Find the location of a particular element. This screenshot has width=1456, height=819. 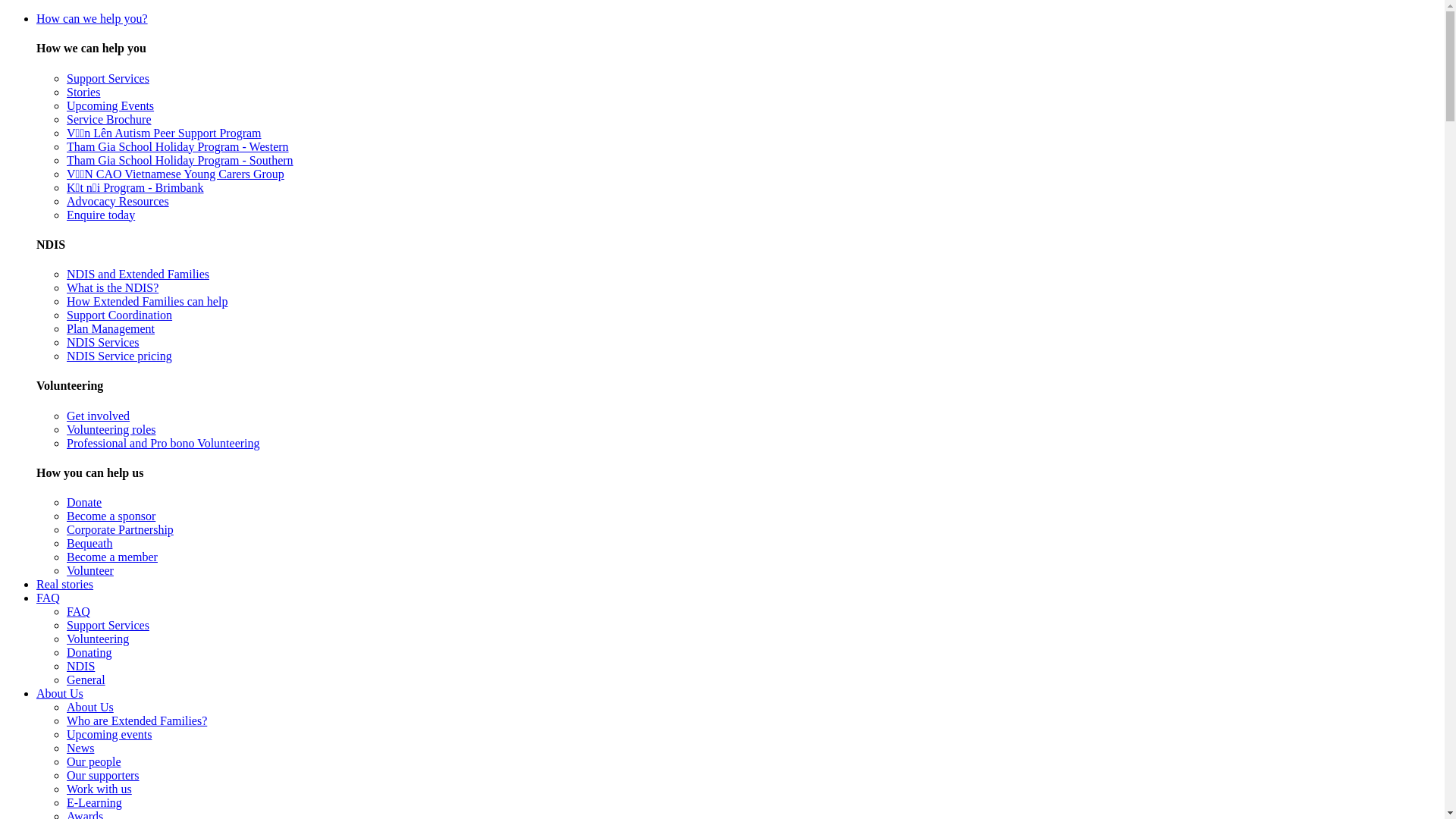

'Real stories' is located at coordinates (64, 583).